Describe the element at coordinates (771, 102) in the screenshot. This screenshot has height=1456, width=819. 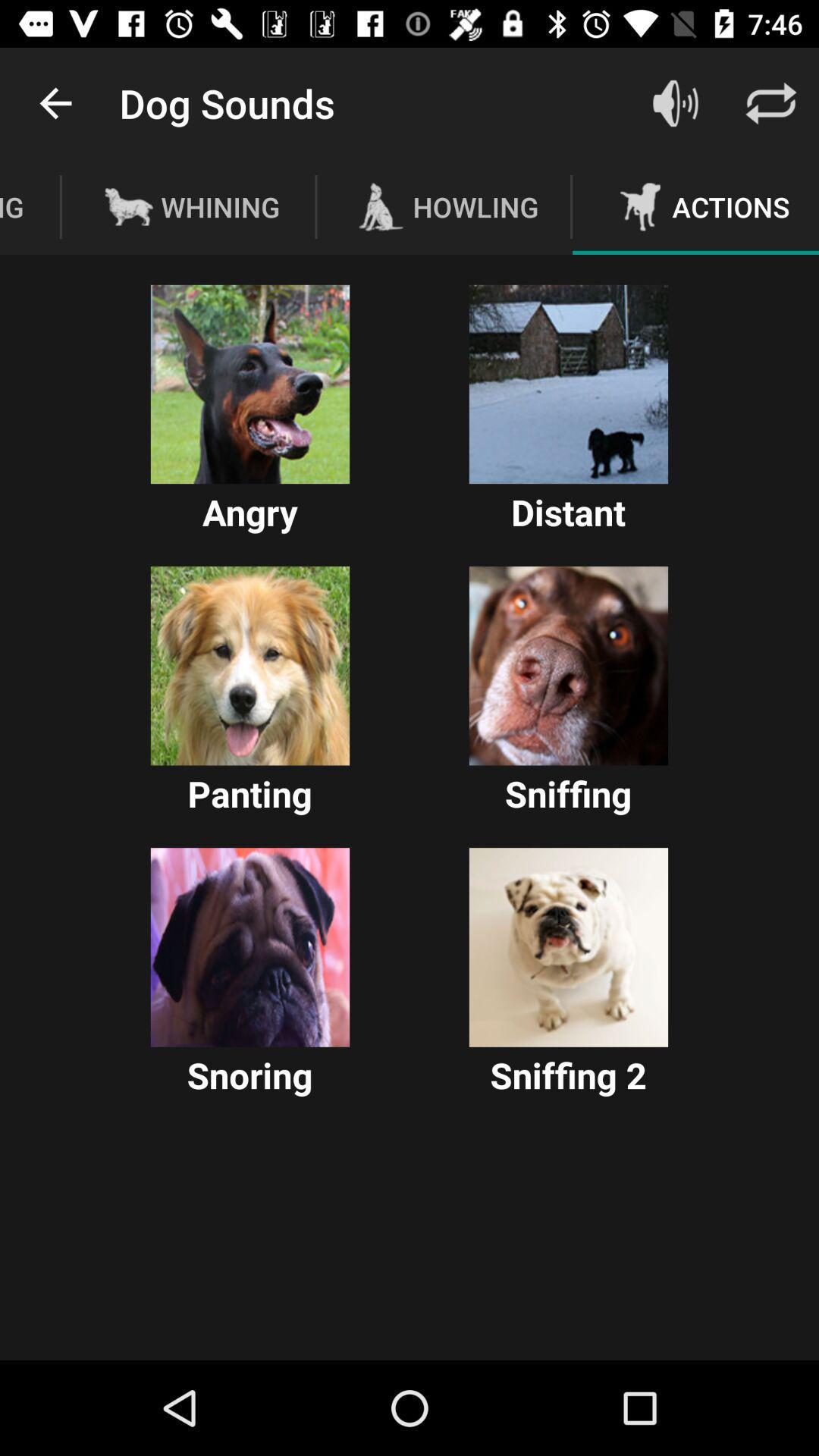
I see `reload` at that location.